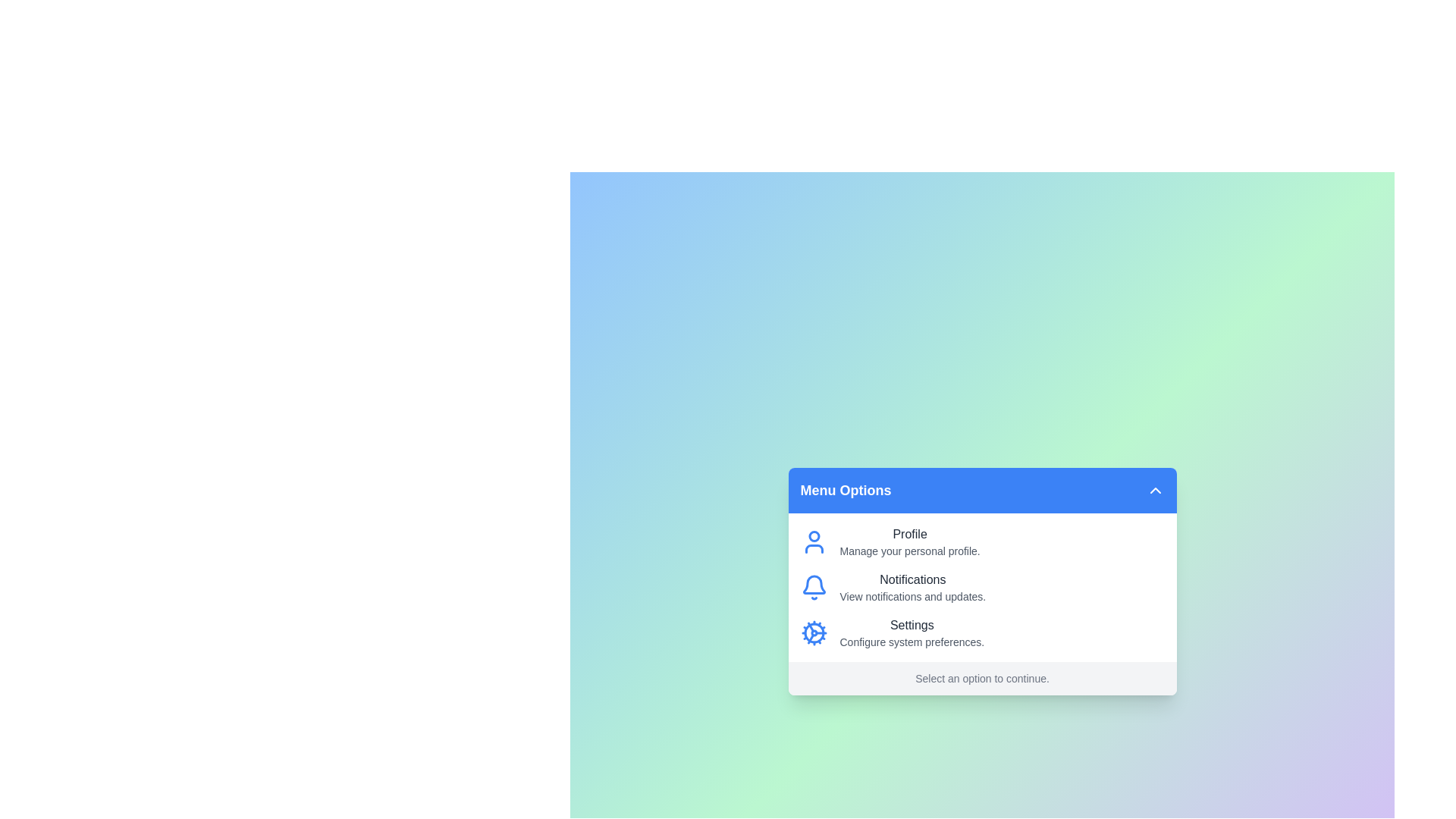  What do you see at coordinates (910, 541) in the screenshot?
I see `the menu option labeled 'Profile' to read its description` at bounding box center [910, 541].